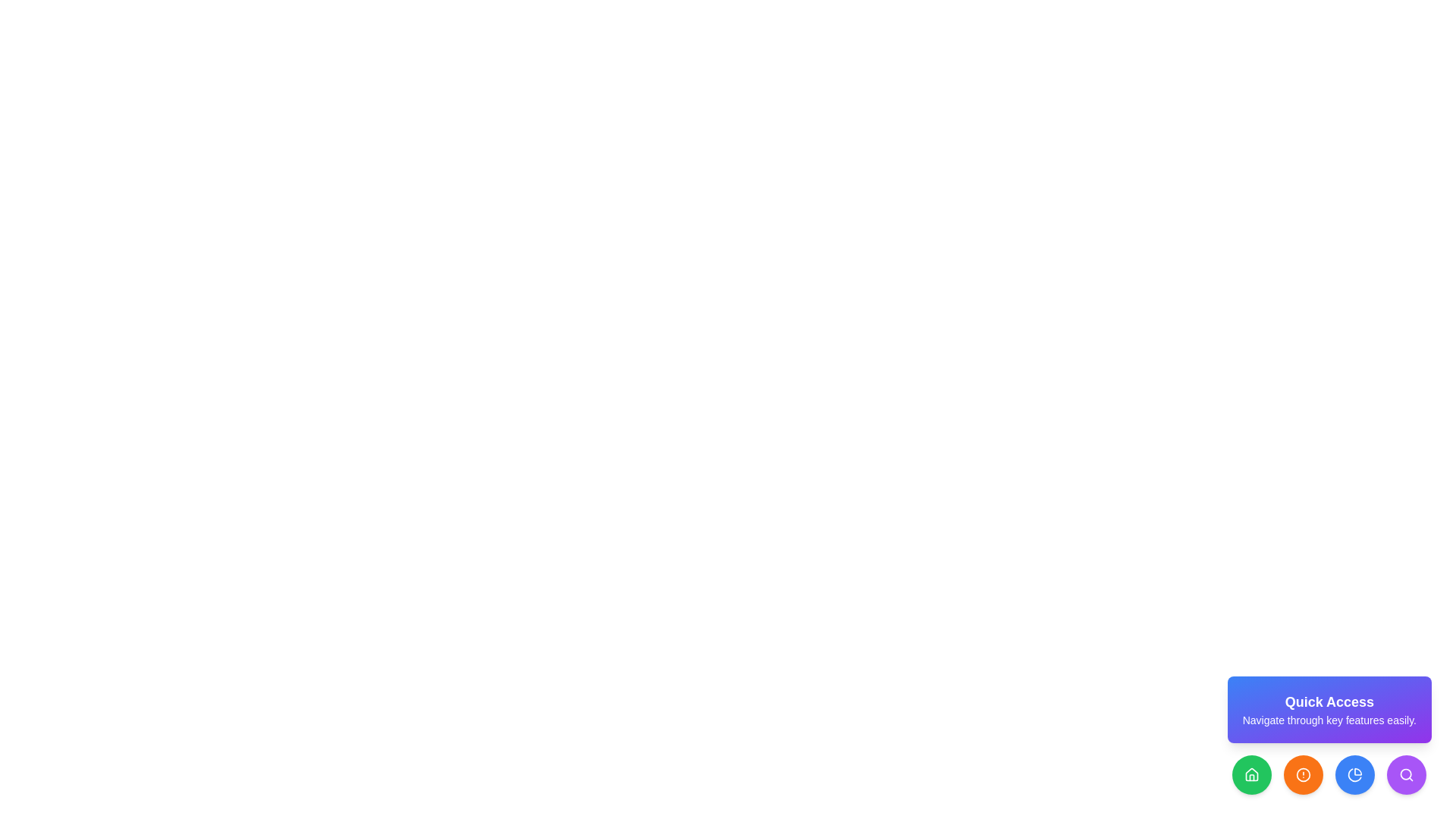 Image resolution: width=1456 pixels, height=819 pixels. Describe the element at coordinates (1355, 775) in the screenshot. I see `the pie chart icon, which is a blue SVG icon with a circular outline and two wedge-like divisions, located centrally within a blue button in the lower-right corner of the interface` at that location.